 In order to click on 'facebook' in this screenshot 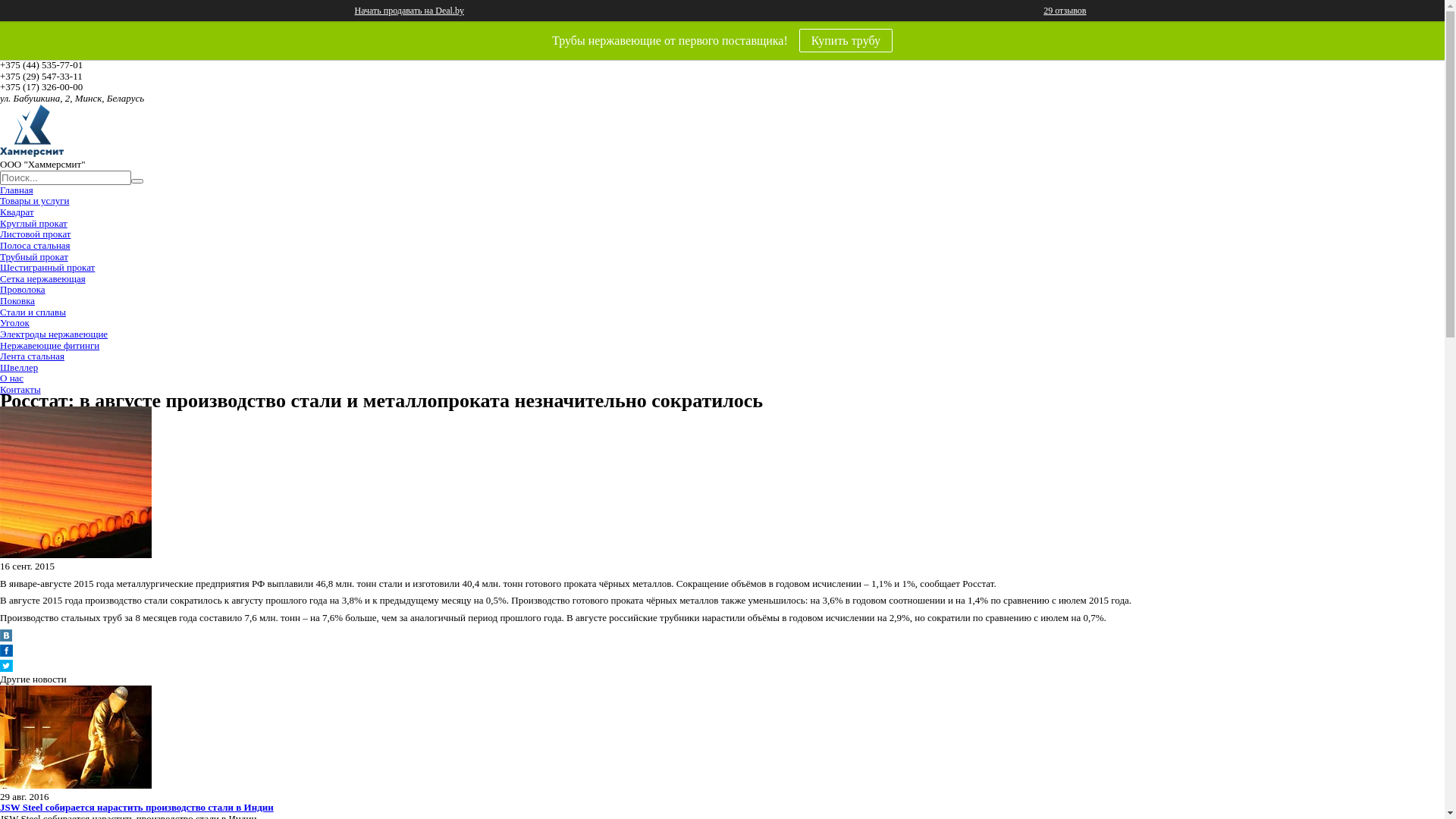, I will do `click(6, 652)`.